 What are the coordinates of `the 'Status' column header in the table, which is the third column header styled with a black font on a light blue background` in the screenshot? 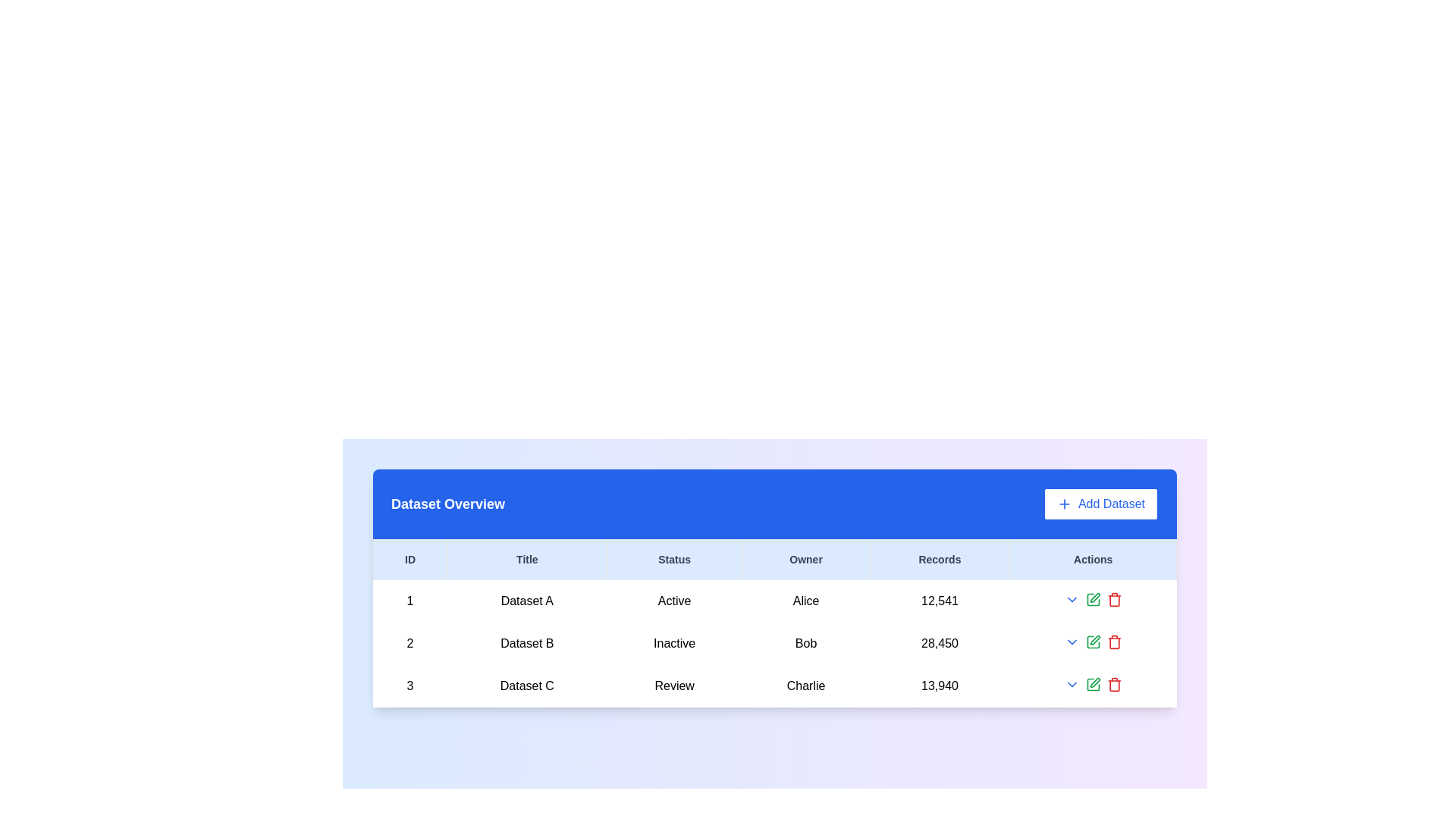 It's located at (673, 559).